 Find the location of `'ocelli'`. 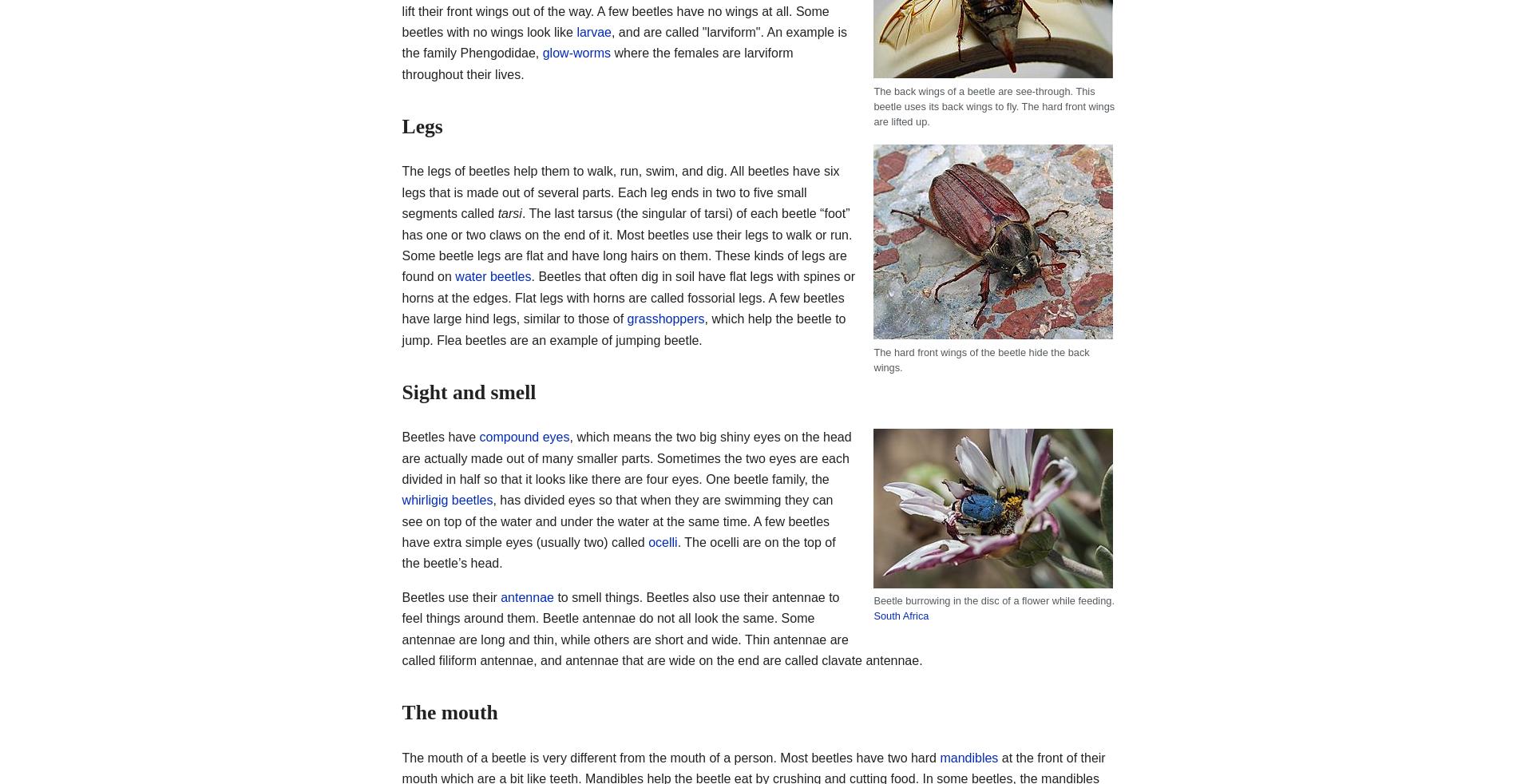

'ocelli' is located at coordinates (661, 541).